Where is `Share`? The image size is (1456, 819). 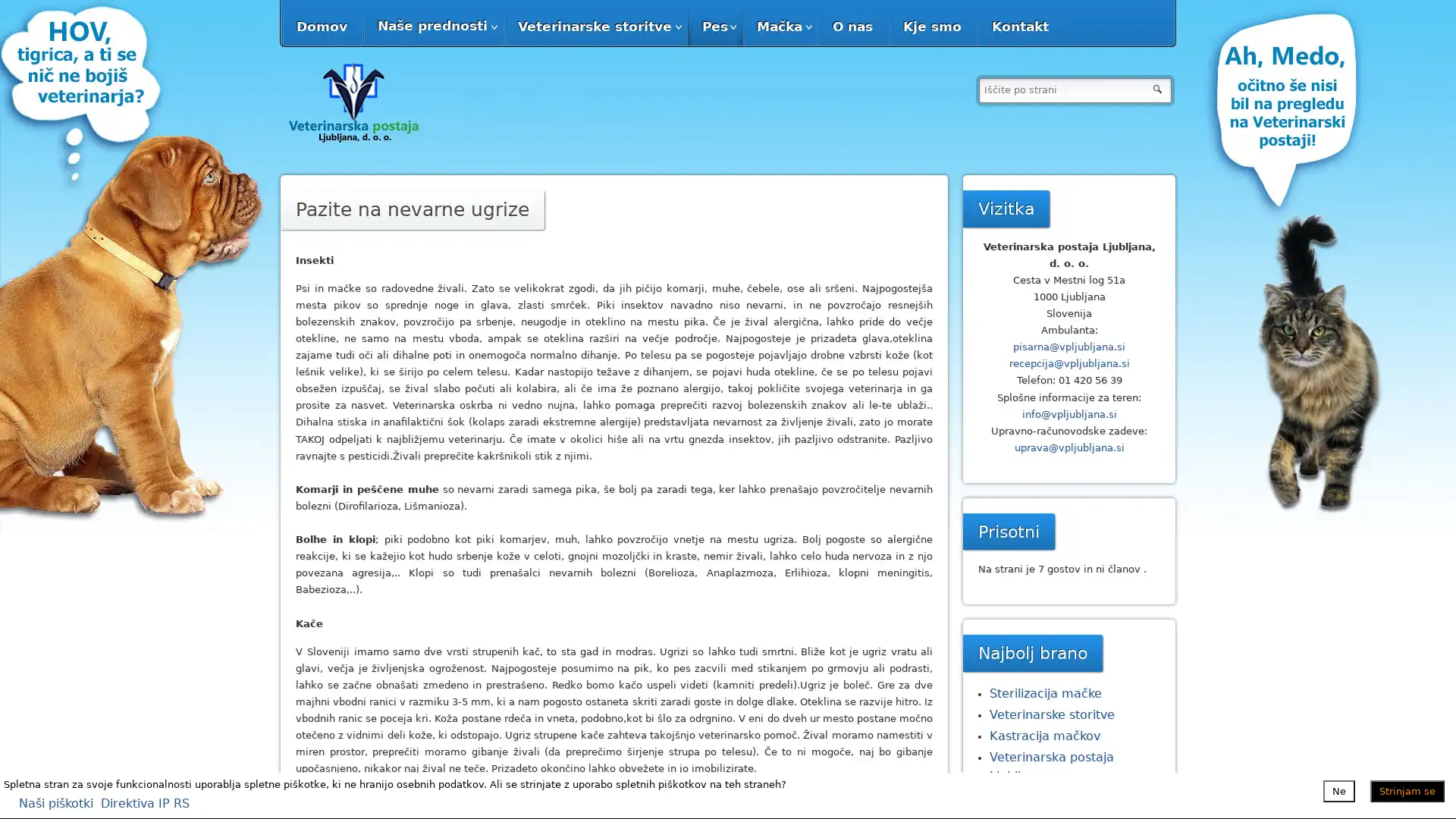 Share is located at coordinates (526, 799).